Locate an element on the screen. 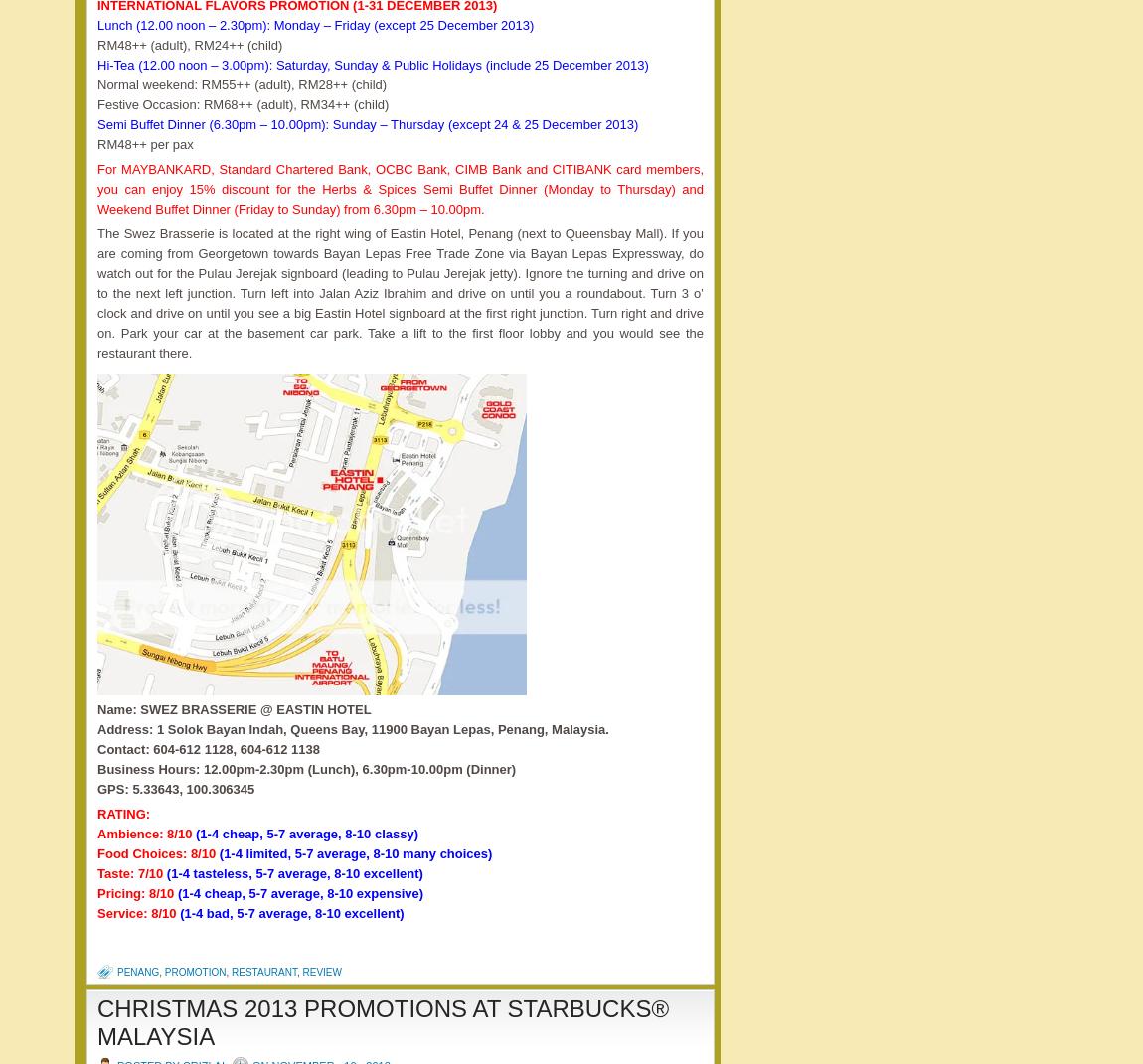 This screenshot has height=1064, width=1143. 'Address: 1 Solok Bayan Indah, Queens Bay, 11900 Bayan Lepas, Penang, Malaysia.' is located at coordinates (353, 729).